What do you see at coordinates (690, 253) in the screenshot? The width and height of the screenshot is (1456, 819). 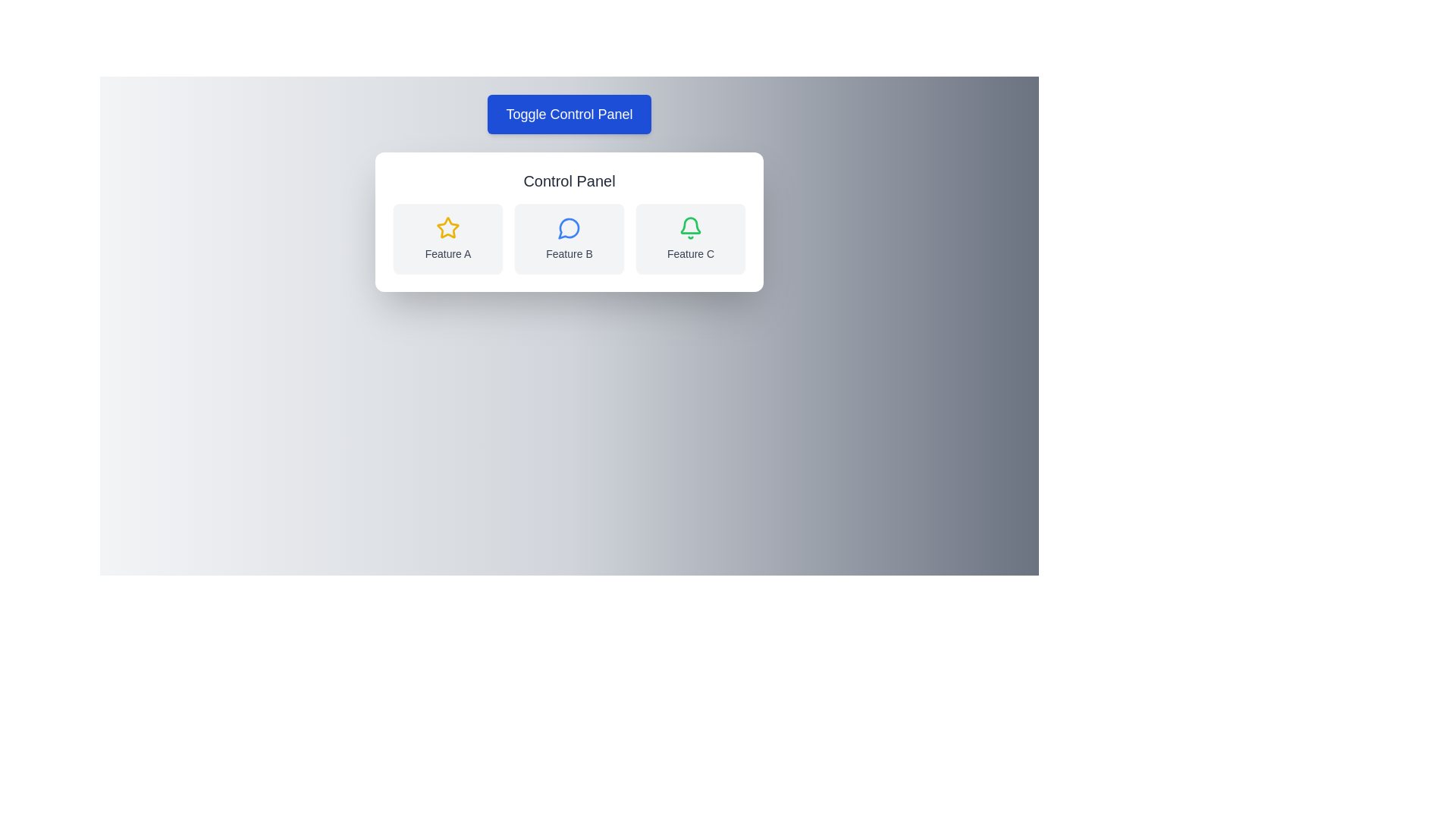 I see `the text label displaying 'Feature C', which is located below a green bell-shaped icon in the rightmost feature block of the control panel interface` at bounding box center [690, 253].